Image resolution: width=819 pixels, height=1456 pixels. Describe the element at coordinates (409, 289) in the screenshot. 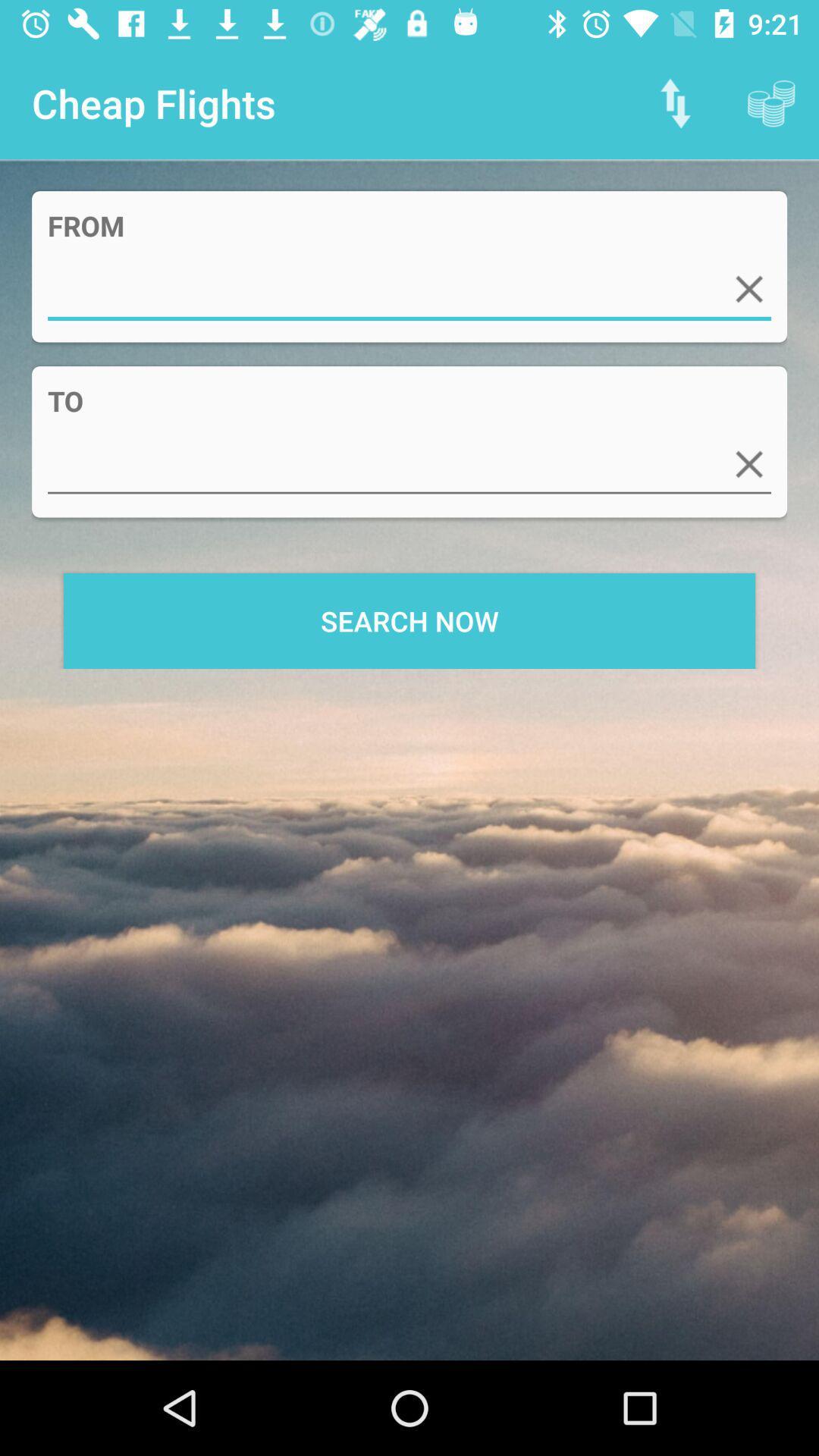

I see `name button` at that location.